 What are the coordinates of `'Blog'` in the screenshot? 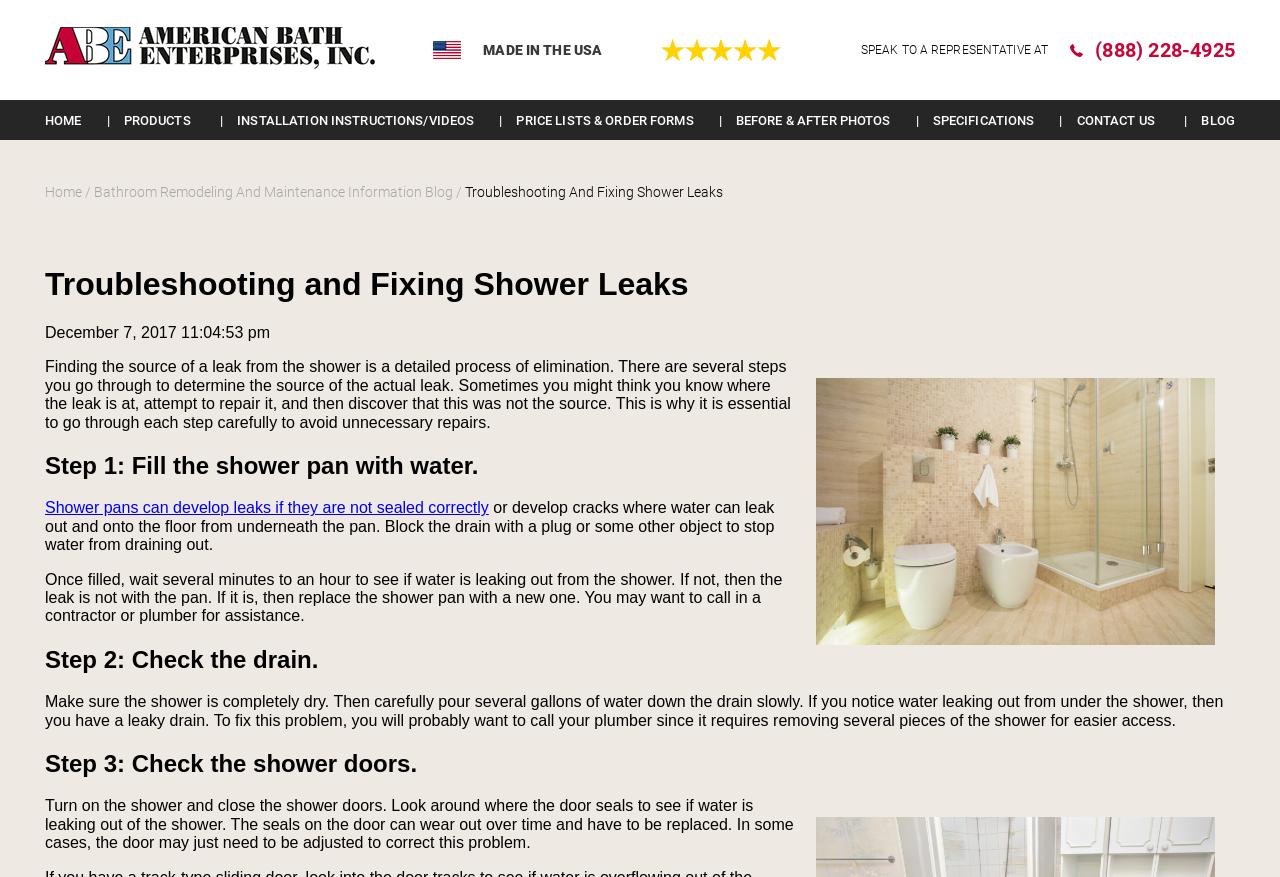 It's located at (1216, 119).